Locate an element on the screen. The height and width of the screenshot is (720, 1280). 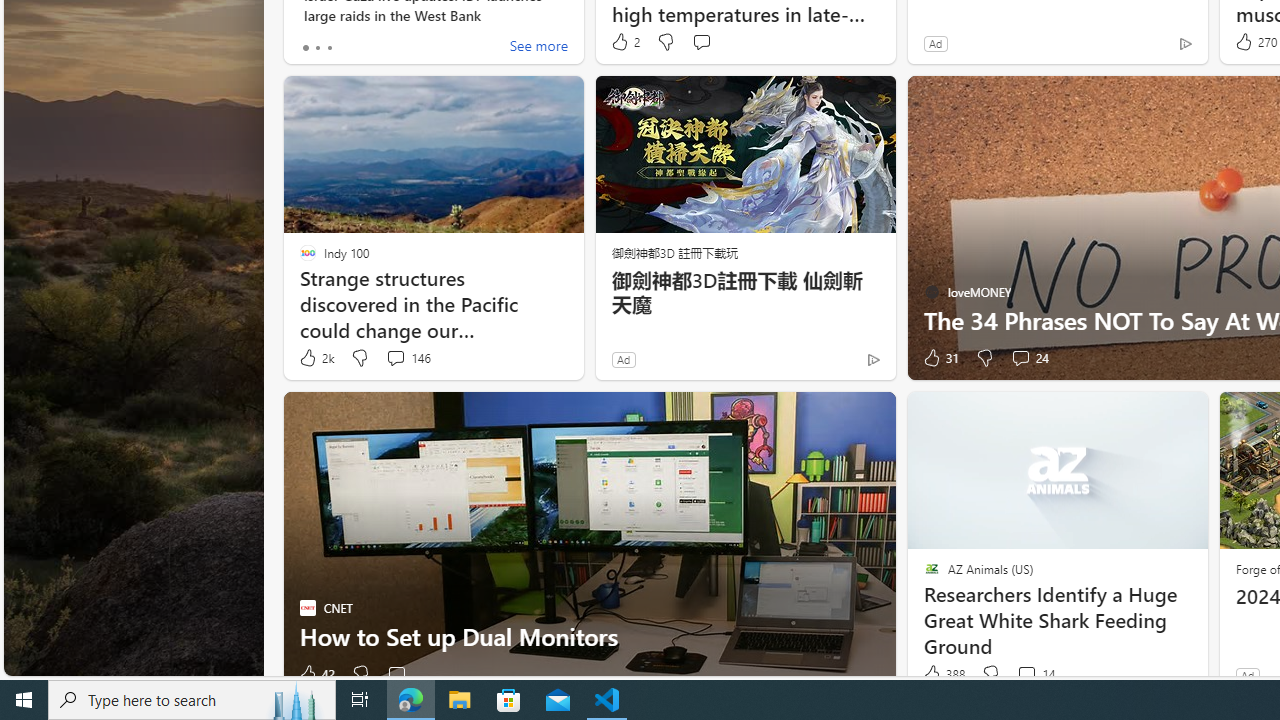
'tab-1' is located at coordinates (316, 46).